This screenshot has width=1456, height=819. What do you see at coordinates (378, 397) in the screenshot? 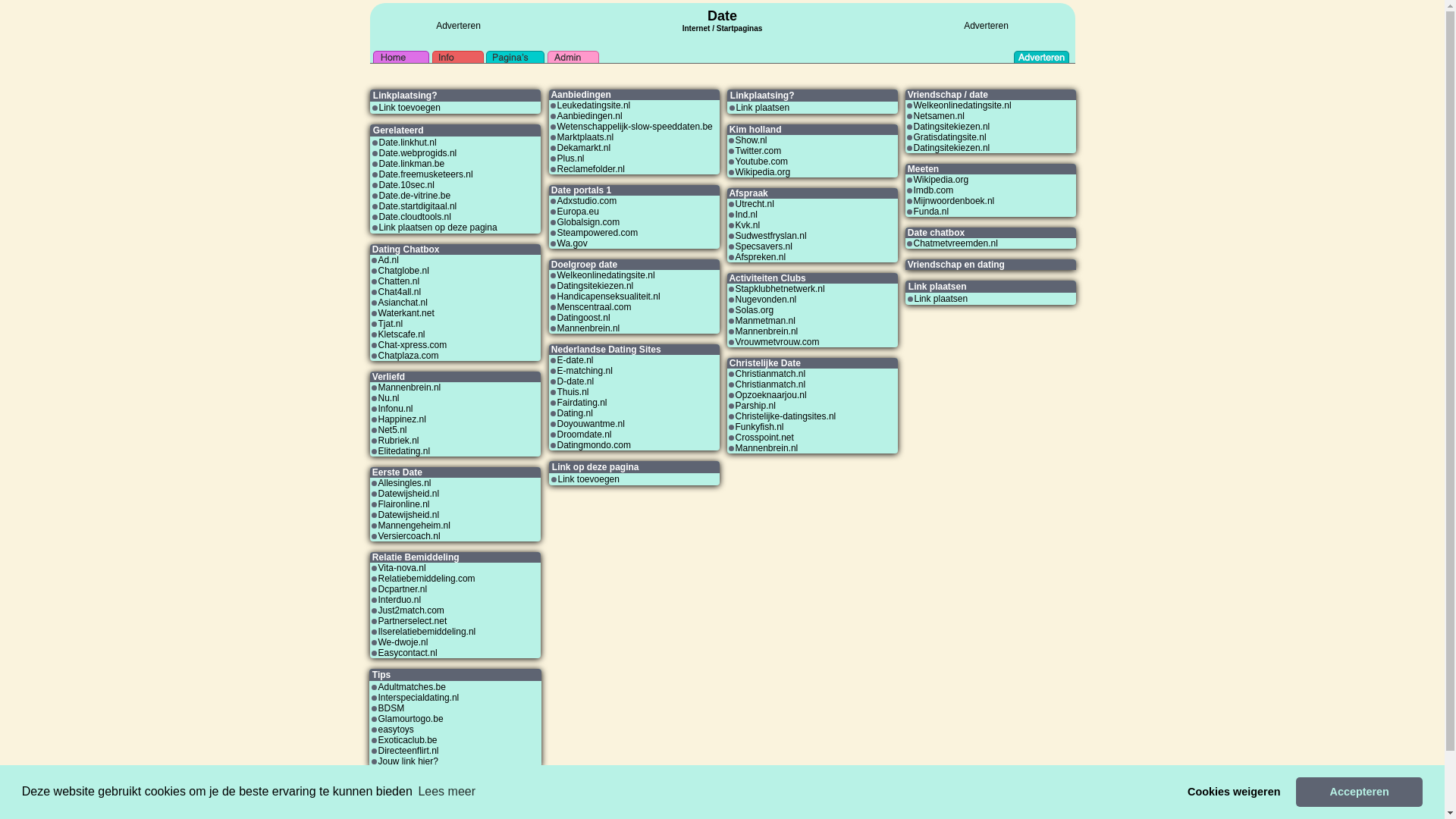
I see `'Nu.nl'` at bounding box center [378, 397].